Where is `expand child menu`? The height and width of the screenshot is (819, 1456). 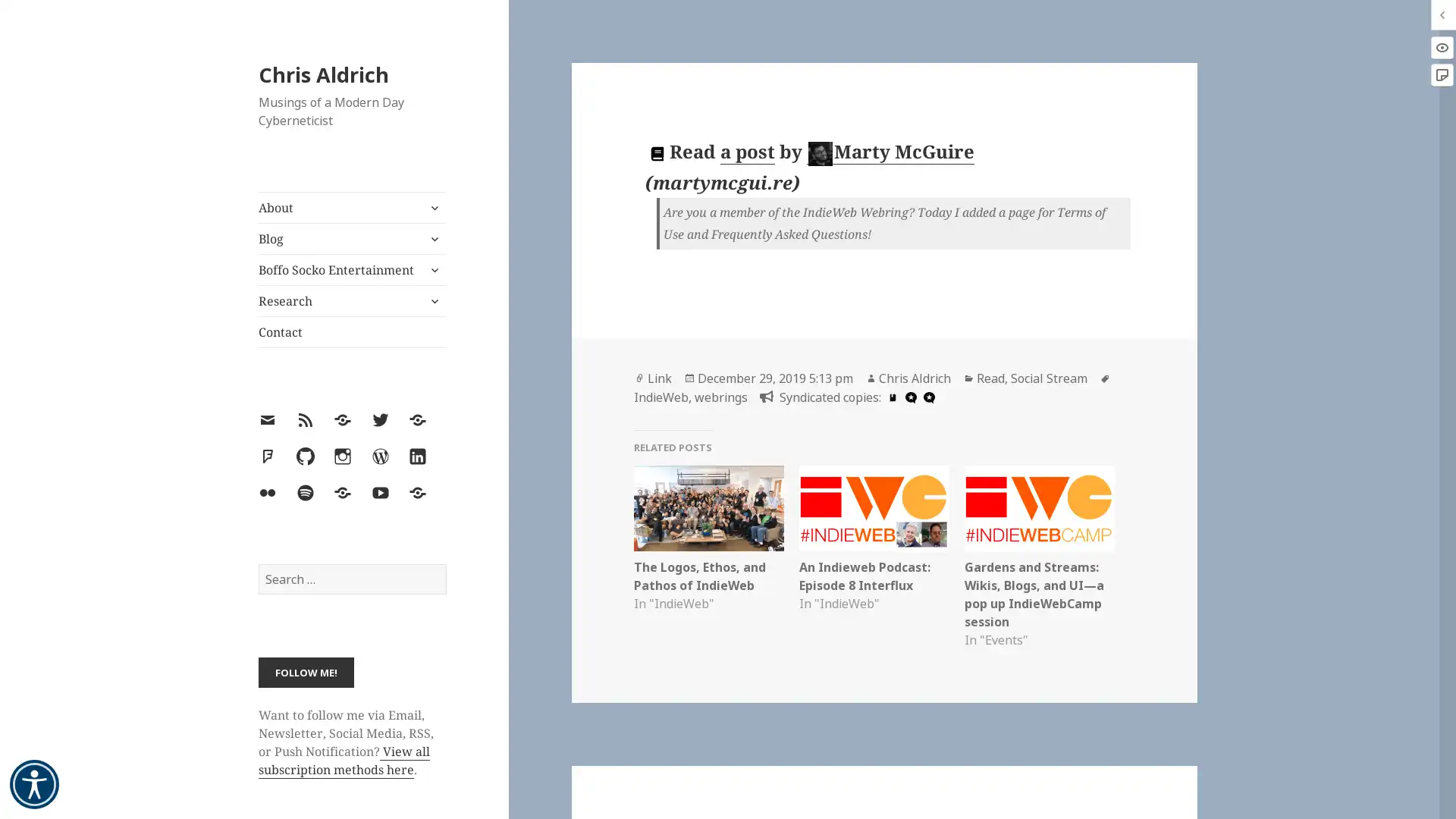 expand child menu is located at coordinates (432, 301).